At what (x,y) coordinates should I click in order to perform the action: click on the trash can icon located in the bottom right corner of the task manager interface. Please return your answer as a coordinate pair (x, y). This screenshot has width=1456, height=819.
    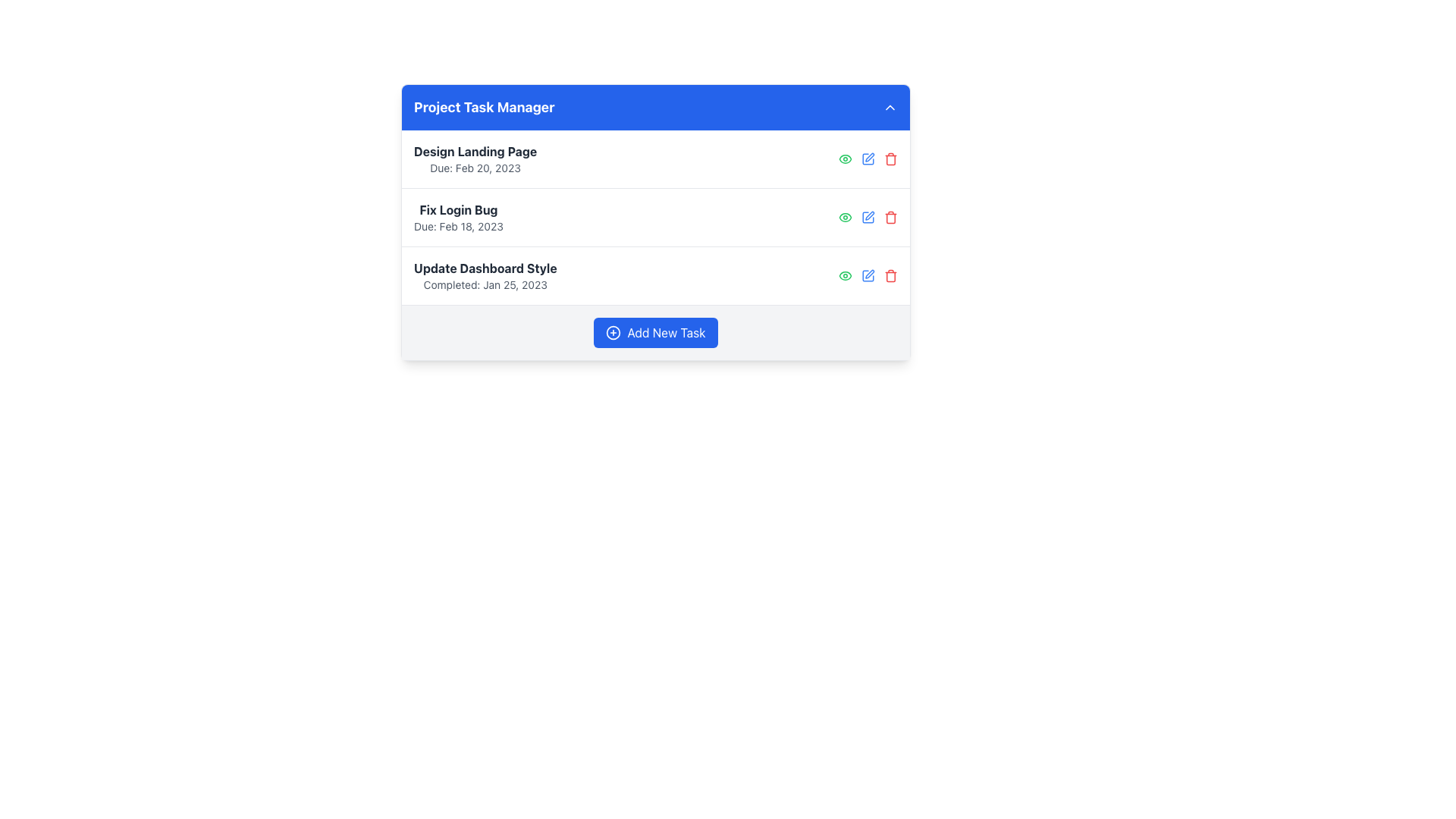
    Looking at the image, I should click on (891, 275).